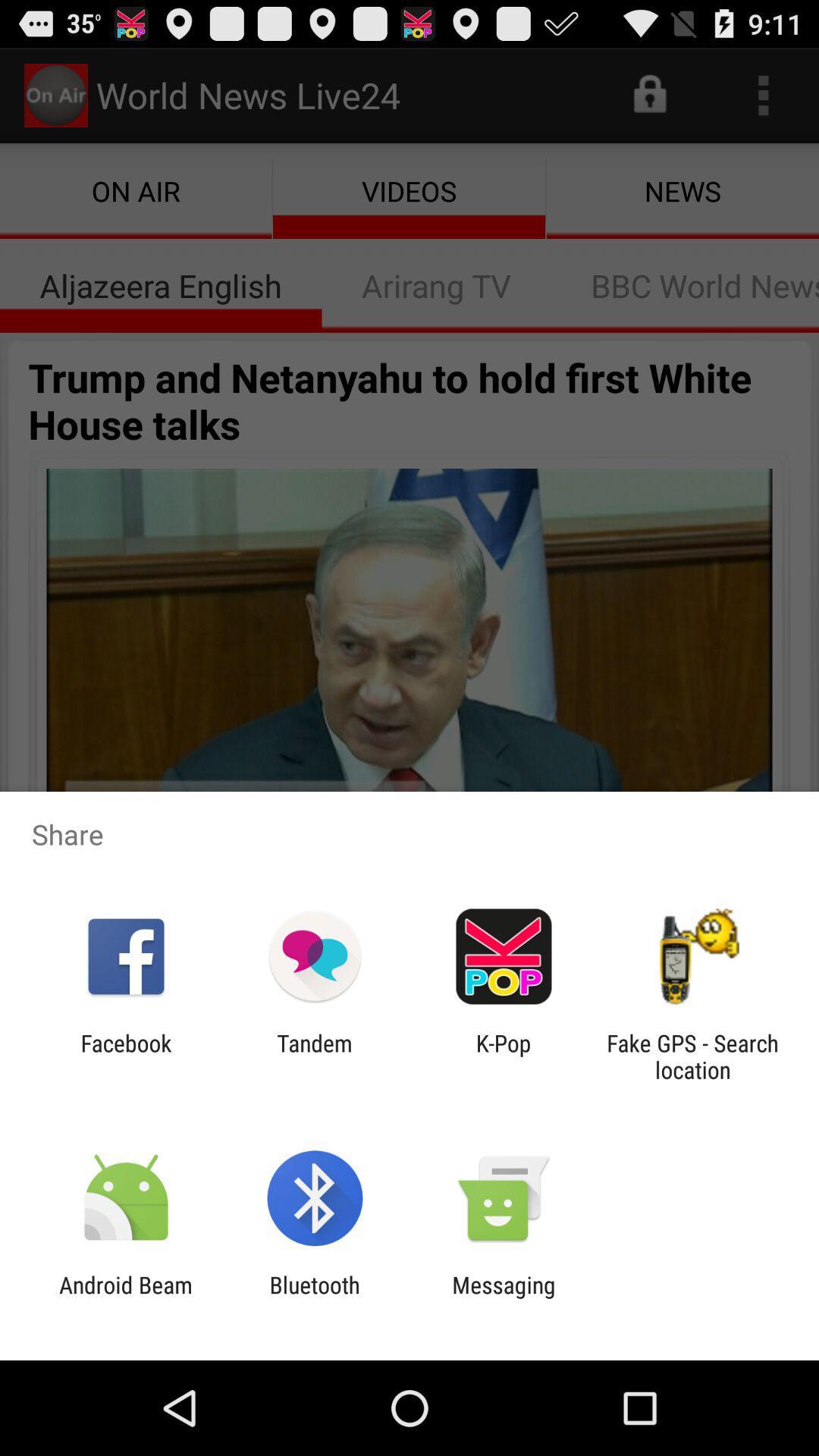  I want to click on item next to bluetooth, so click(125, 1298).